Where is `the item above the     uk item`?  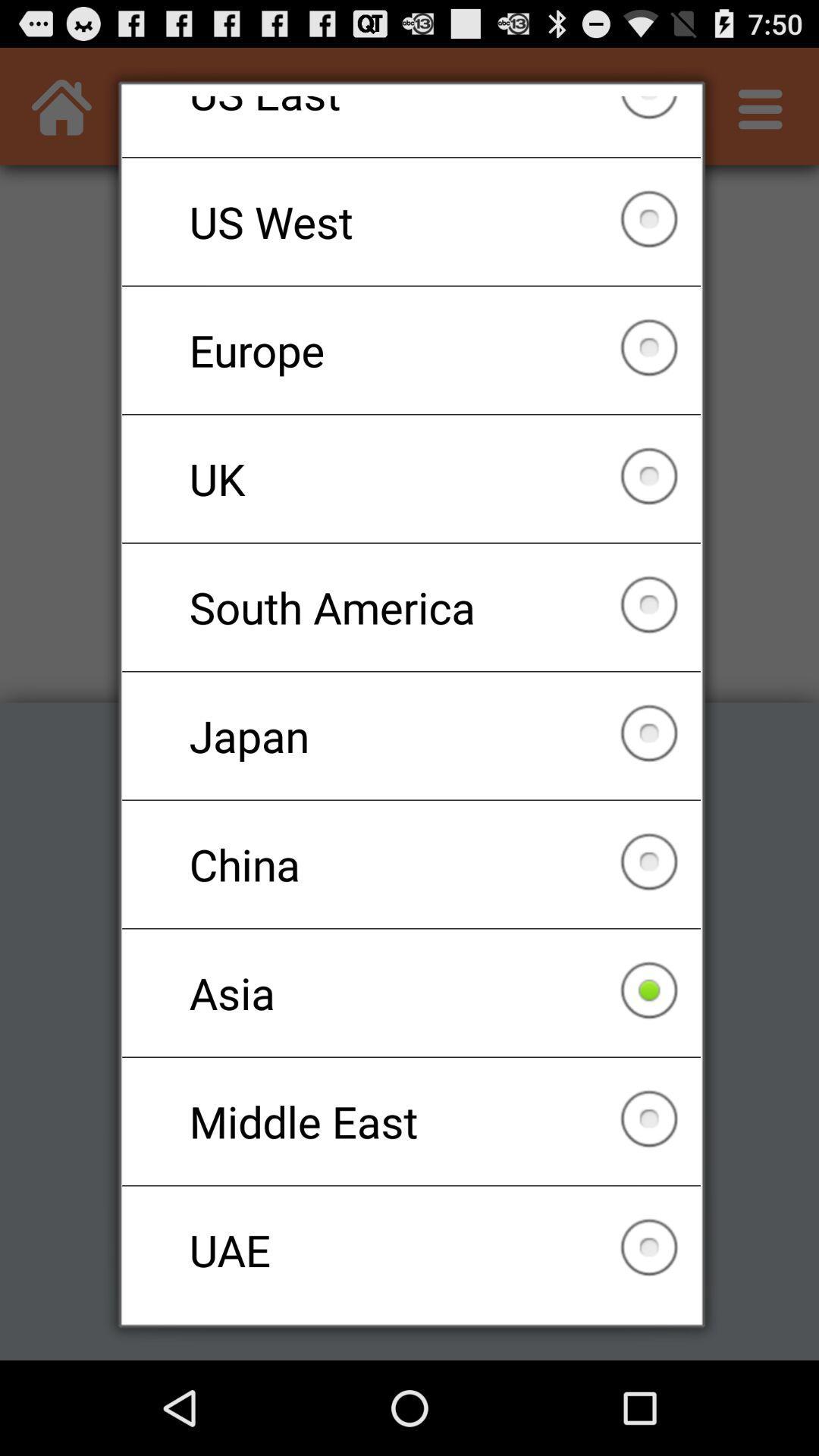
the item above the     uk item is located at coordinates (411, 349).